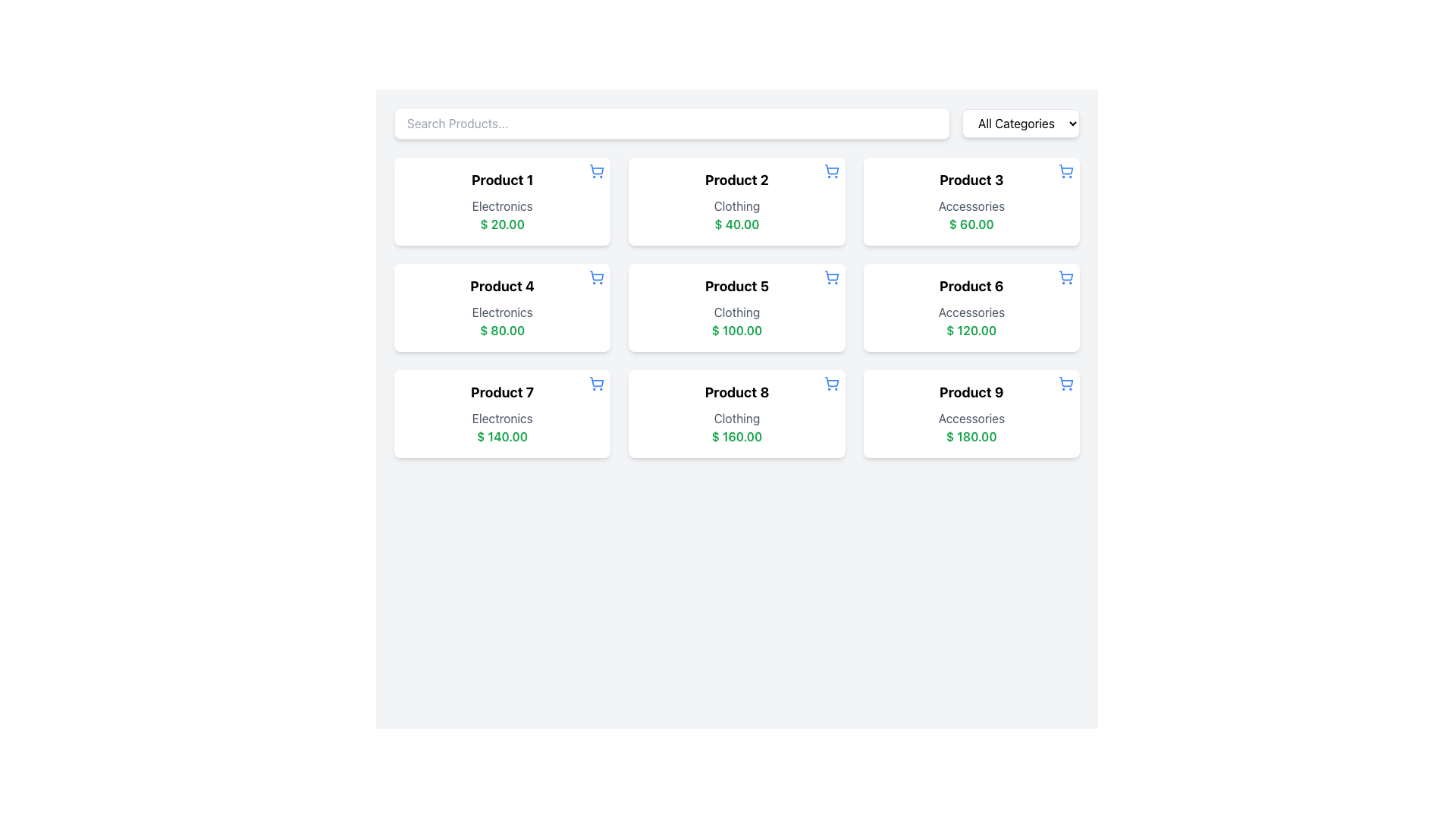 This screenshot has height=819, width=1456. Describe the element at coordinates (736, 224) in the screenshot. I see `the price text label displaying the cost of 'Product 2', located within the product card widget` at that location.